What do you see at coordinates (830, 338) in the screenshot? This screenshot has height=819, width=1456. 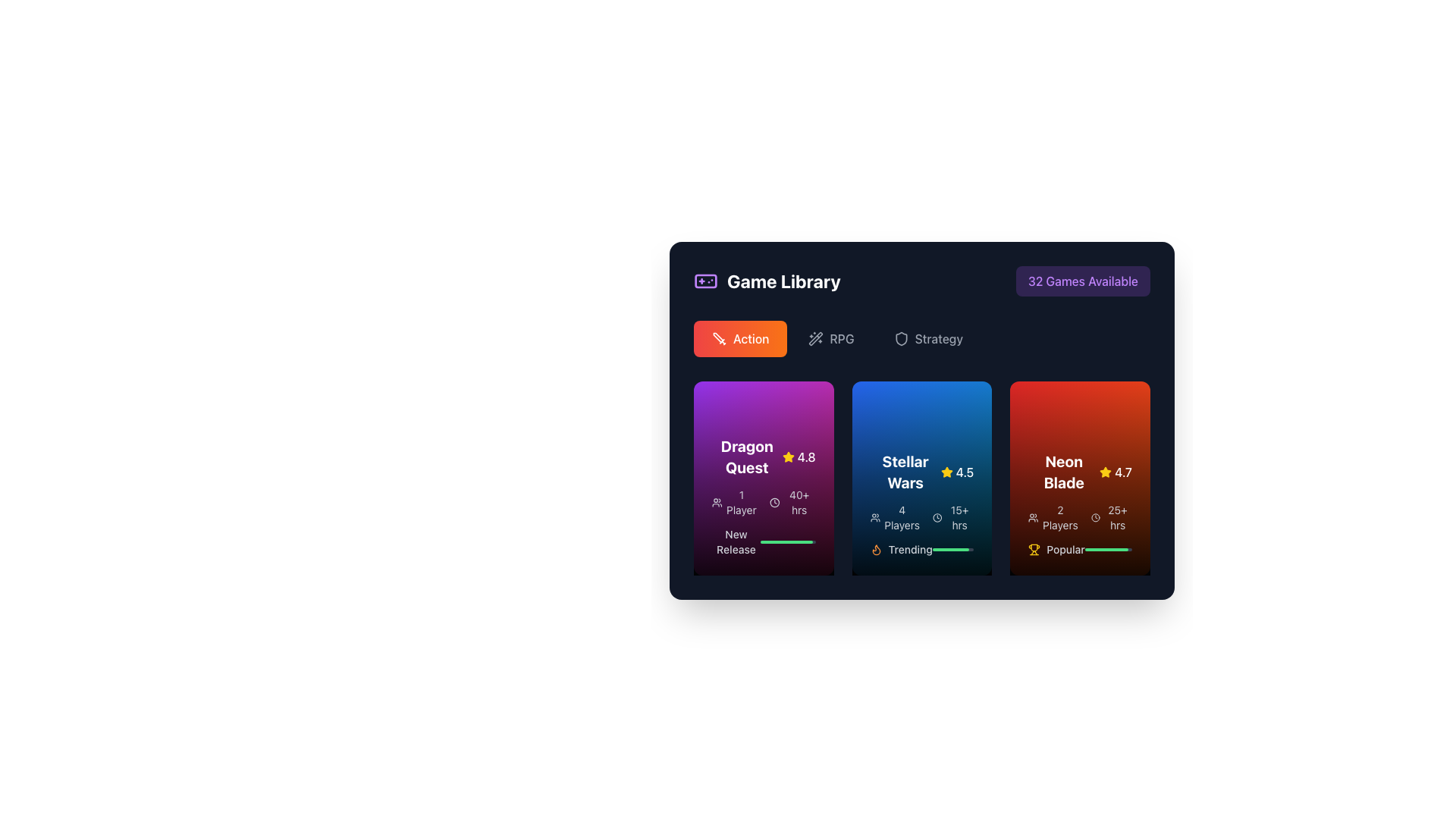 I see `the second interactive button in the header menu labeled 'Game Library'` at bounding box center [830, 338].